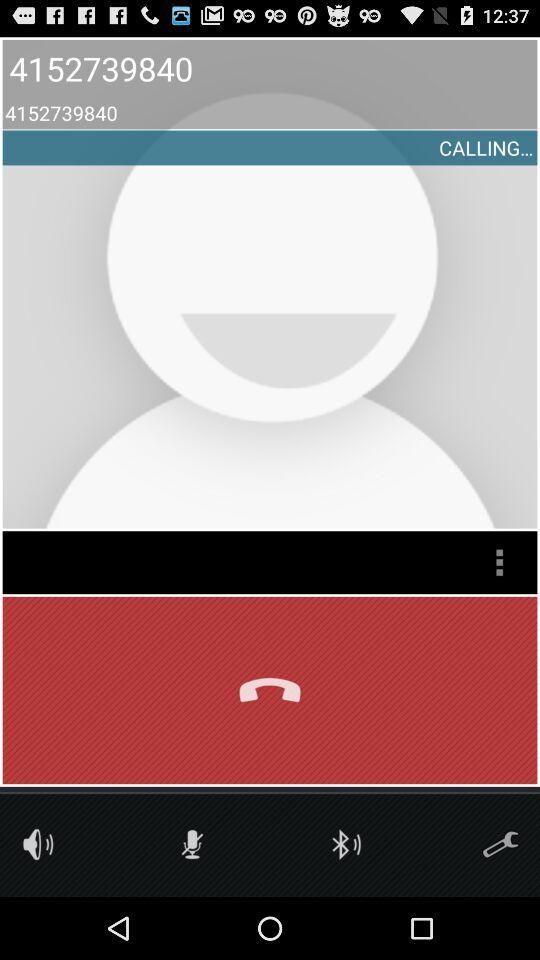 Image resolution: width=540 pixels, height=960 pixels. I want to click on activate bluetooth, so click(345, 843).